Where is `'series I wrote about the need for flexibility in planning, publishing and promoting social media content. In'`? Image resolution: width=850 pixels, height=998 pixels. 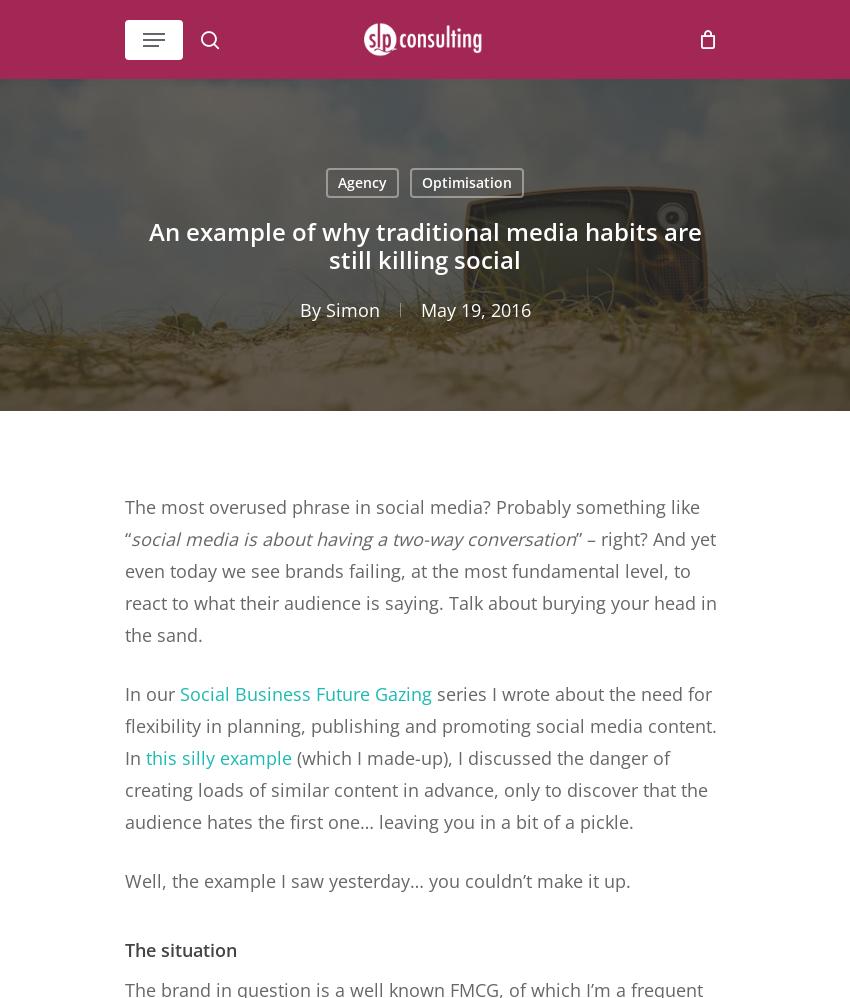
'series I wrote about the need for flexibility in planning, publishing and promoting social media content. In' is located at coordinates (421, 726).